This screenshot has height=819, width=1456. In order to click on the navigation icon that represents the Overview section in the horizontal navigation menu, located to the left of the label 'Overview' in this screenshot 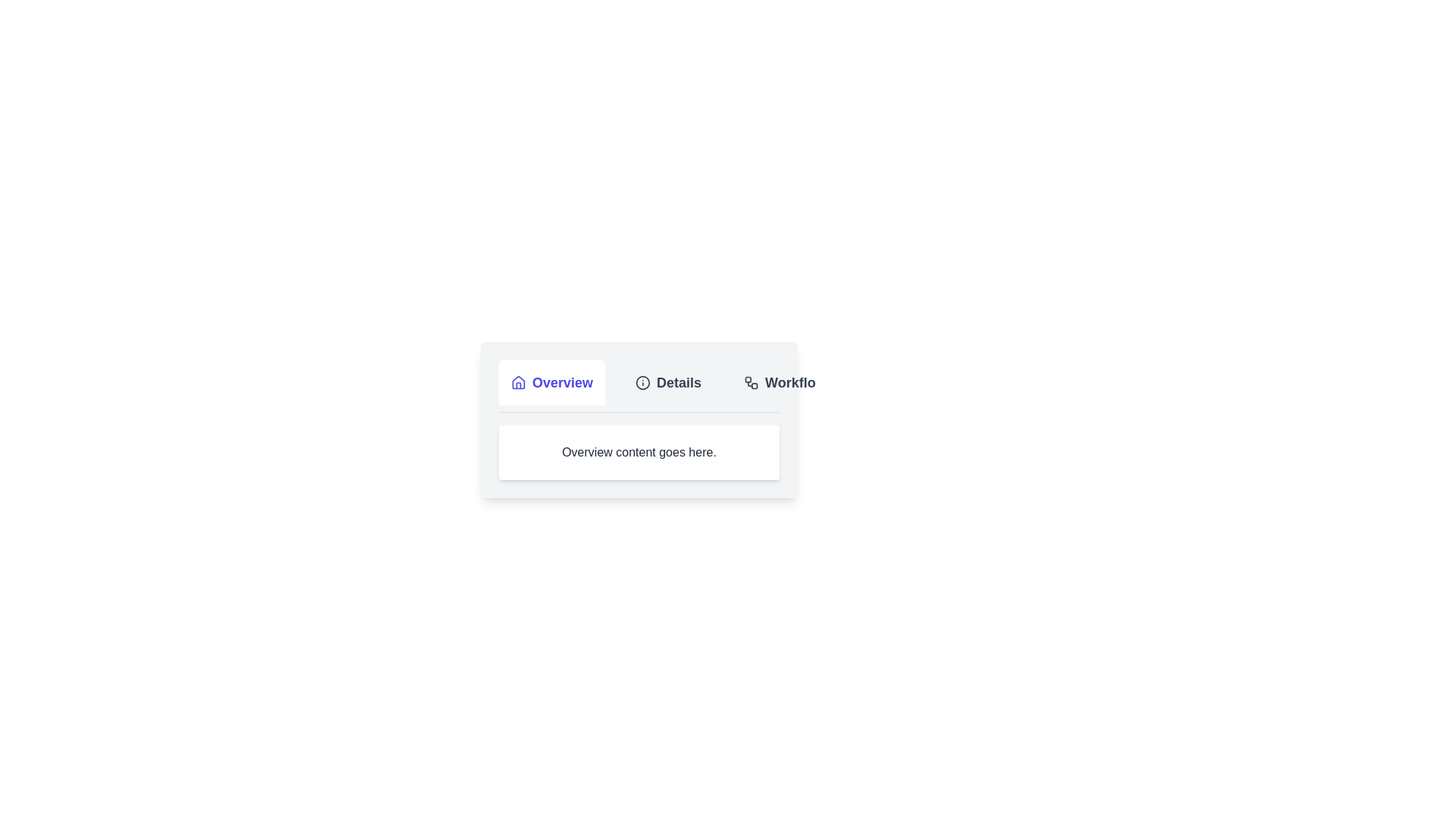, I will do `click(519, 381)`.